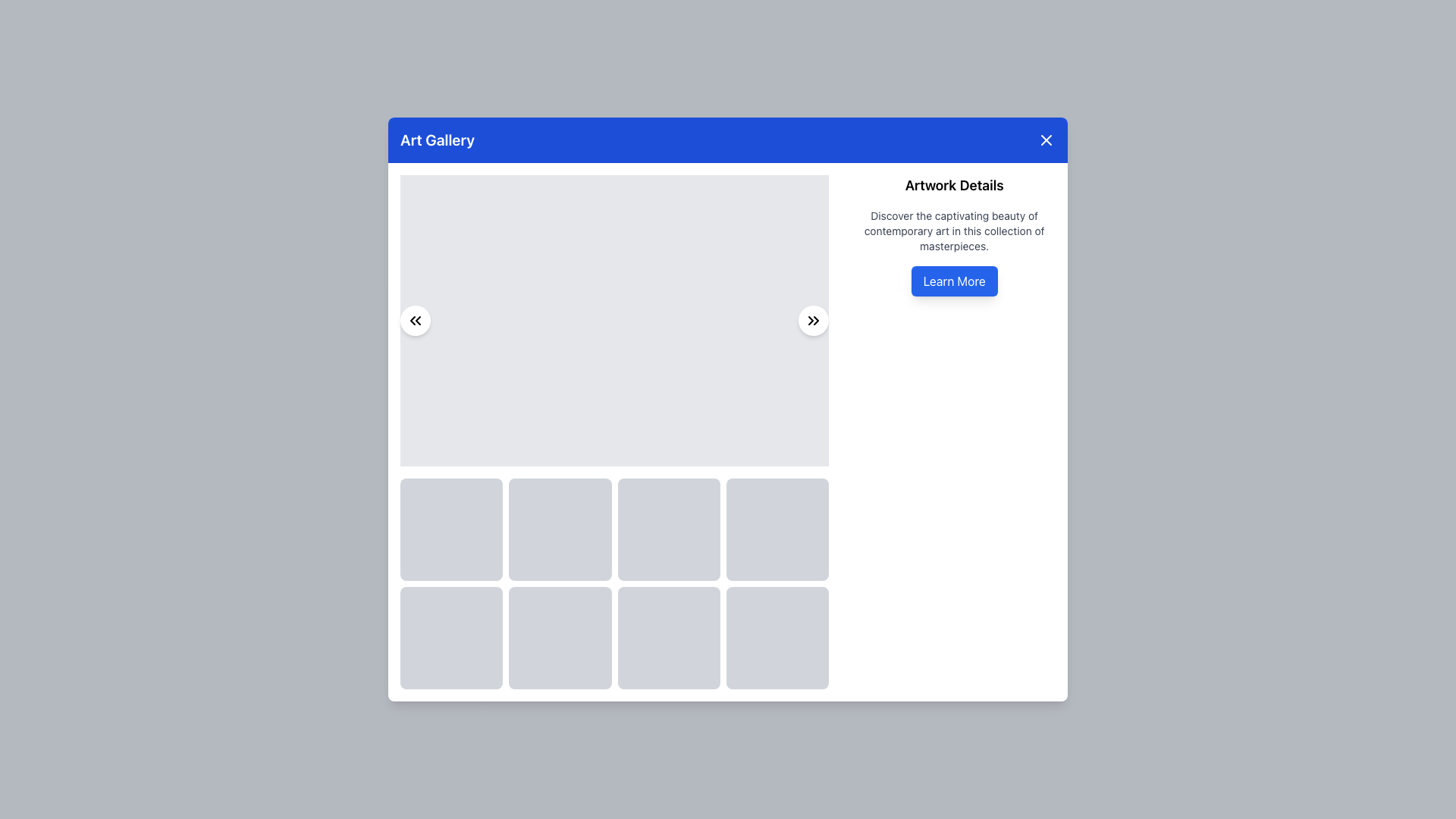 This screenshot has width=1456, height=819. What do you see at coordinates (1046, 140) in the screenshot?
I see `the close button with a white 'X' icon located in the top-right corner of the 'Art Gallery' header bar` at bounding box center [1046, 140].